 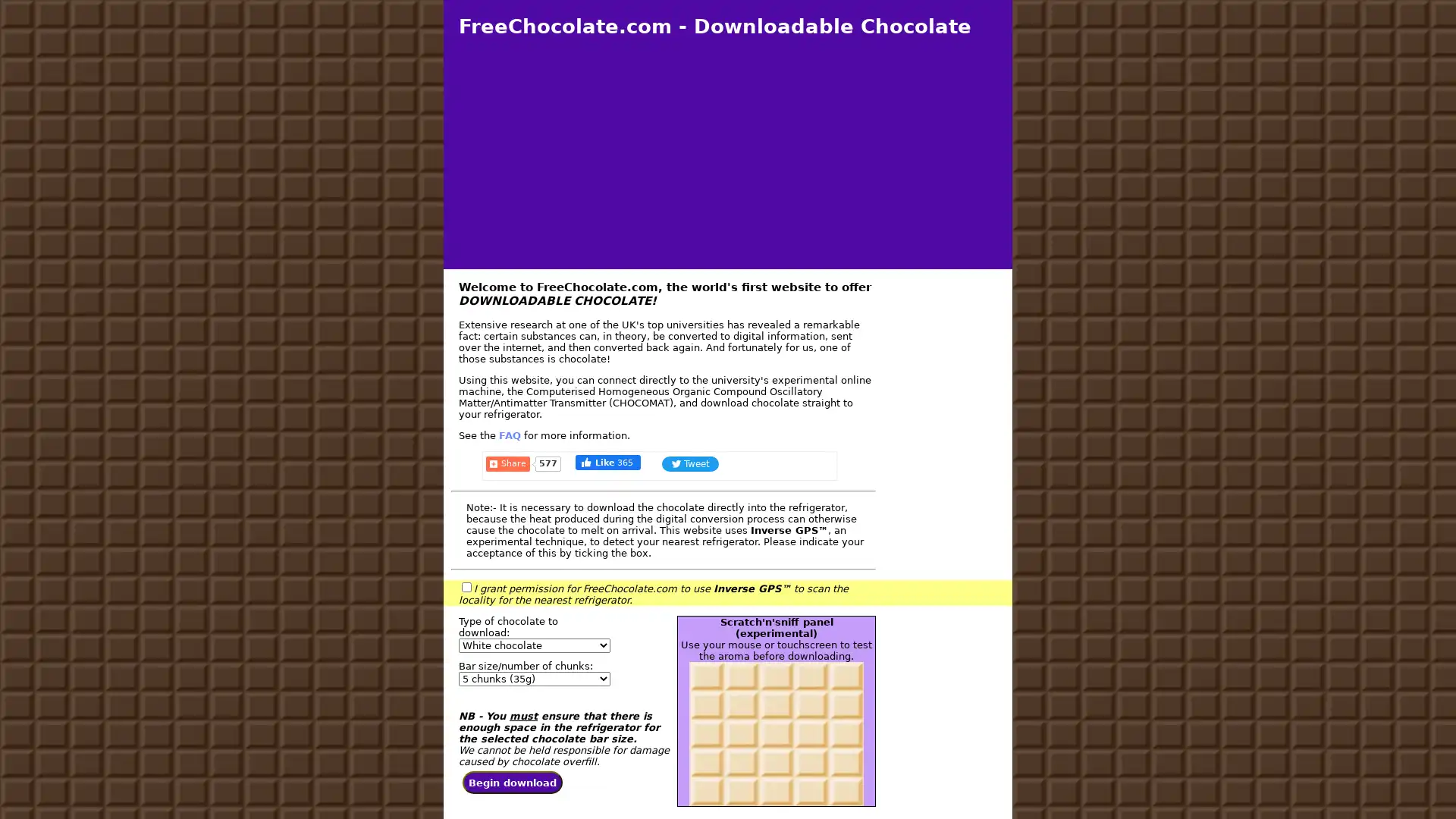 I want to click on Begin download, so click(x=513, y=783).